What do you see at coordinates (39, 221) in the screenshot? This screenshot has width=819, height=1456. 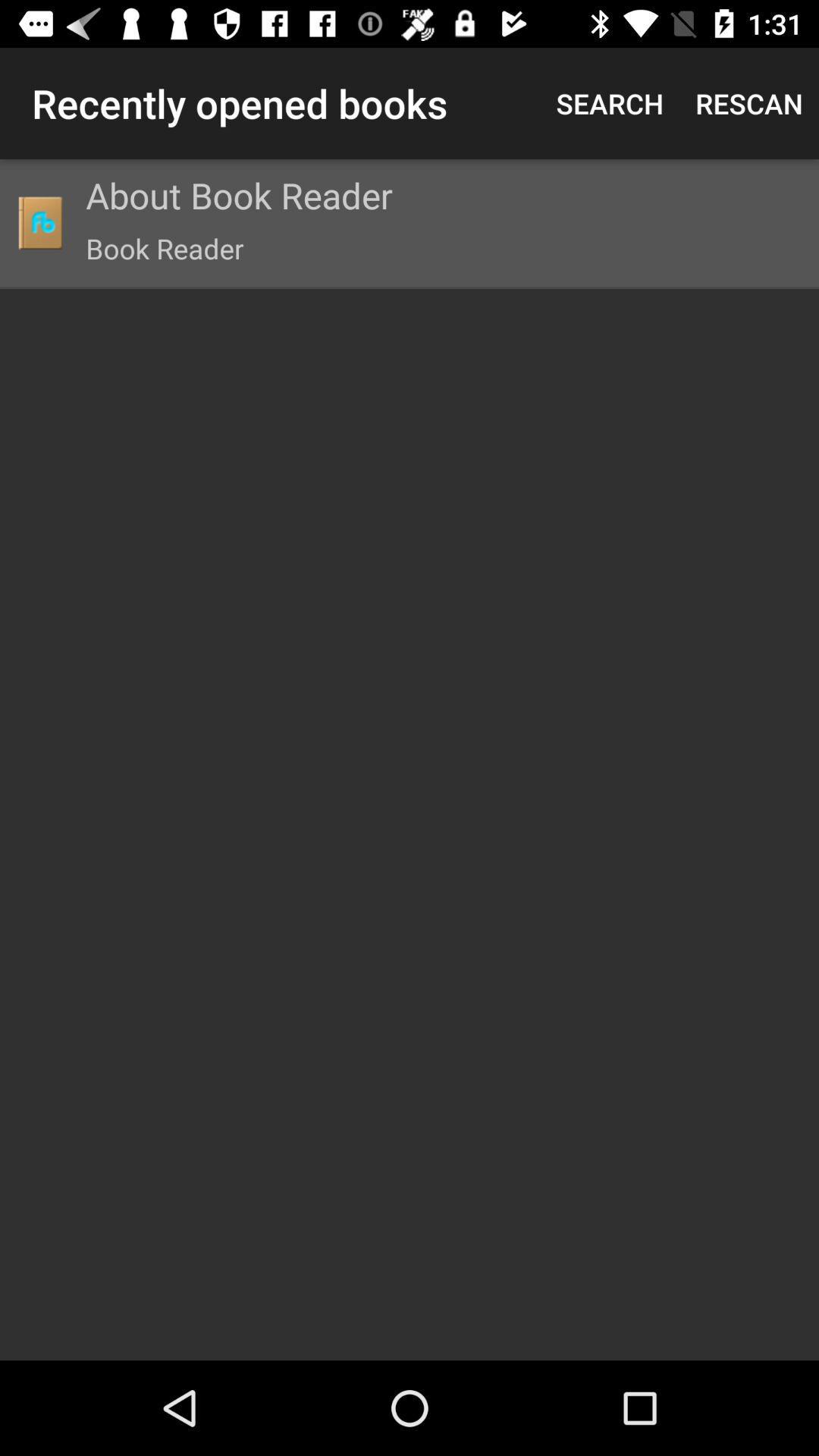 I see `icon to the left of the about book reader` at bounding box center [39, 221].